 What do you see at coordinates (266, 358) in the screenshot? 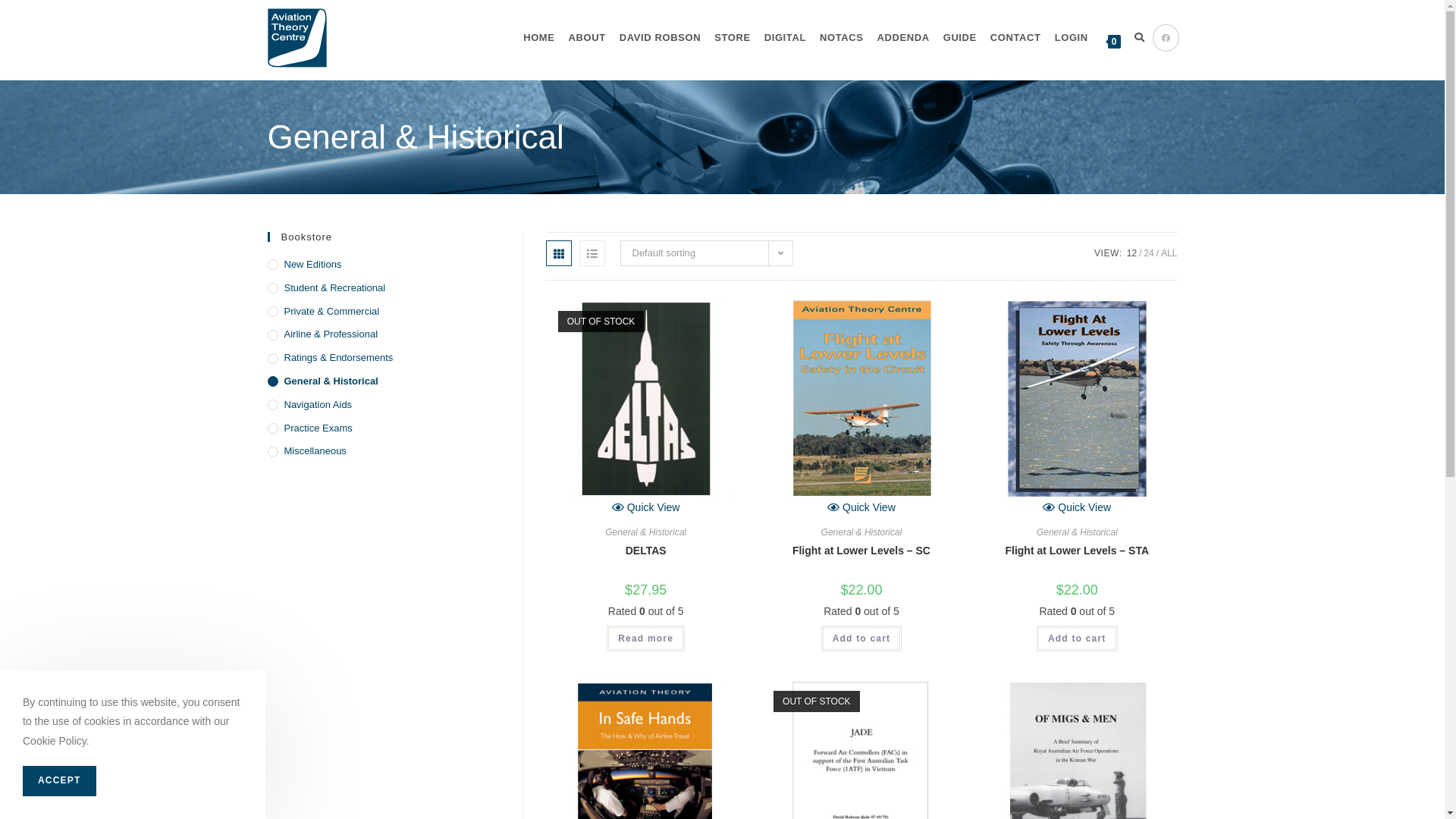
I see `'Ratings & Endorsements'` at bounding box center [266, 358].